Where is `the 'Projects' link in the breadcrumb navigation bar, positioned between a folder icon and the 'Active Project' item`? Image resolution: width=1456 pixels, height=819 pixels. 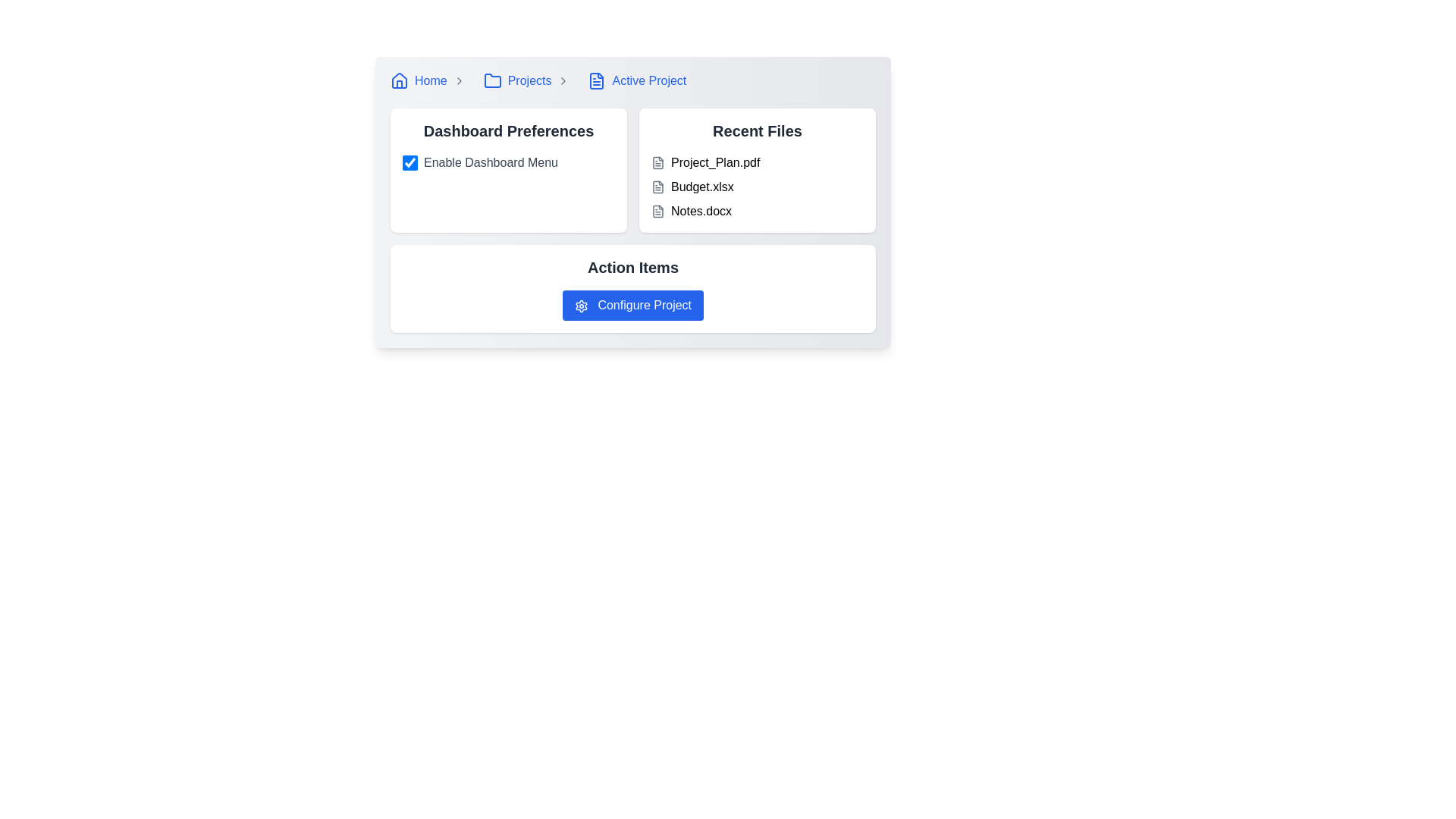 the 'Projects' link in the breadcrumb navigation bar, positioned between a folder icon and the 'Active Project' item is located at coordinates (529, 81).